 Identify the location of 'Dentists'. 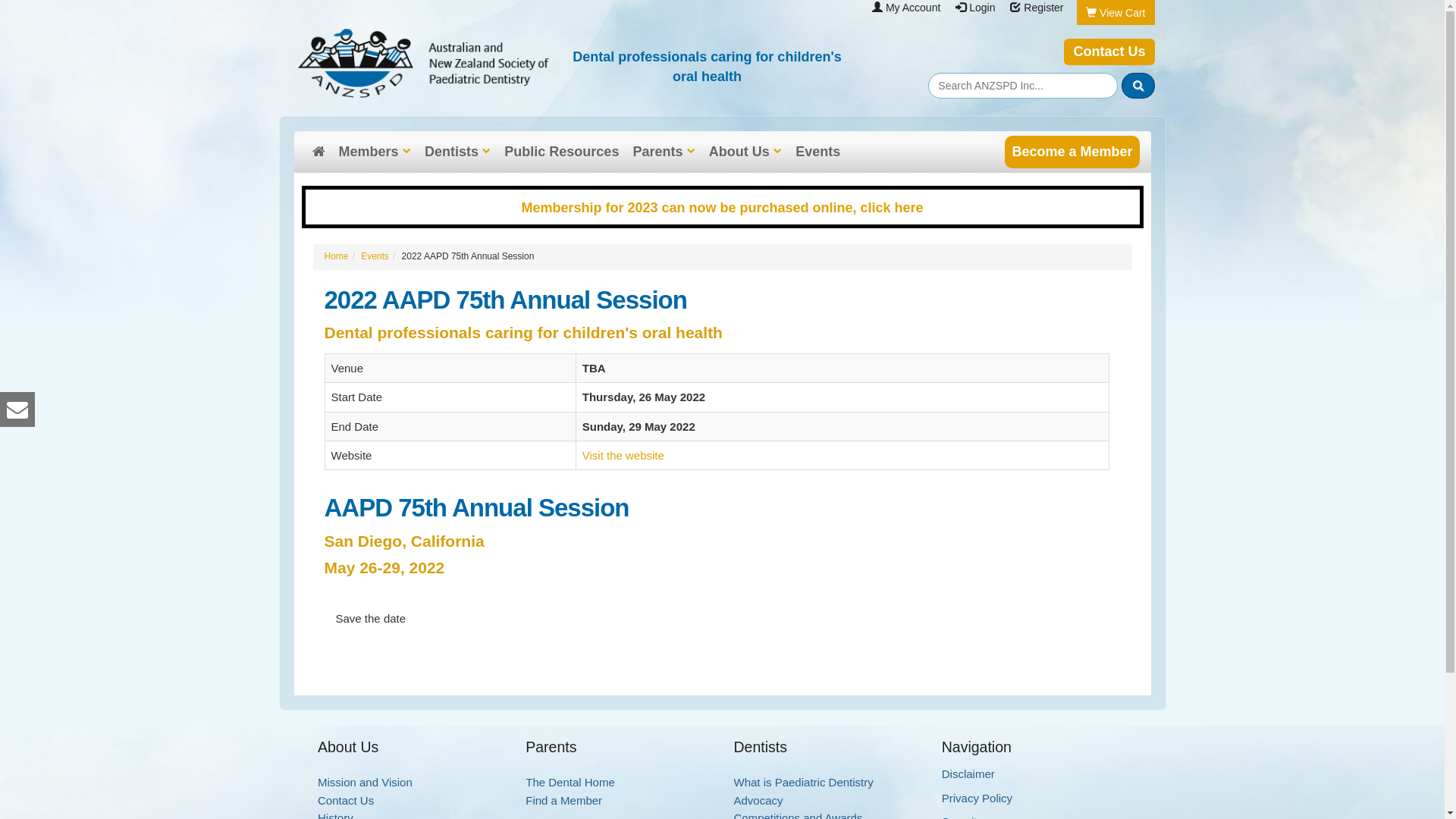
(457, 152).